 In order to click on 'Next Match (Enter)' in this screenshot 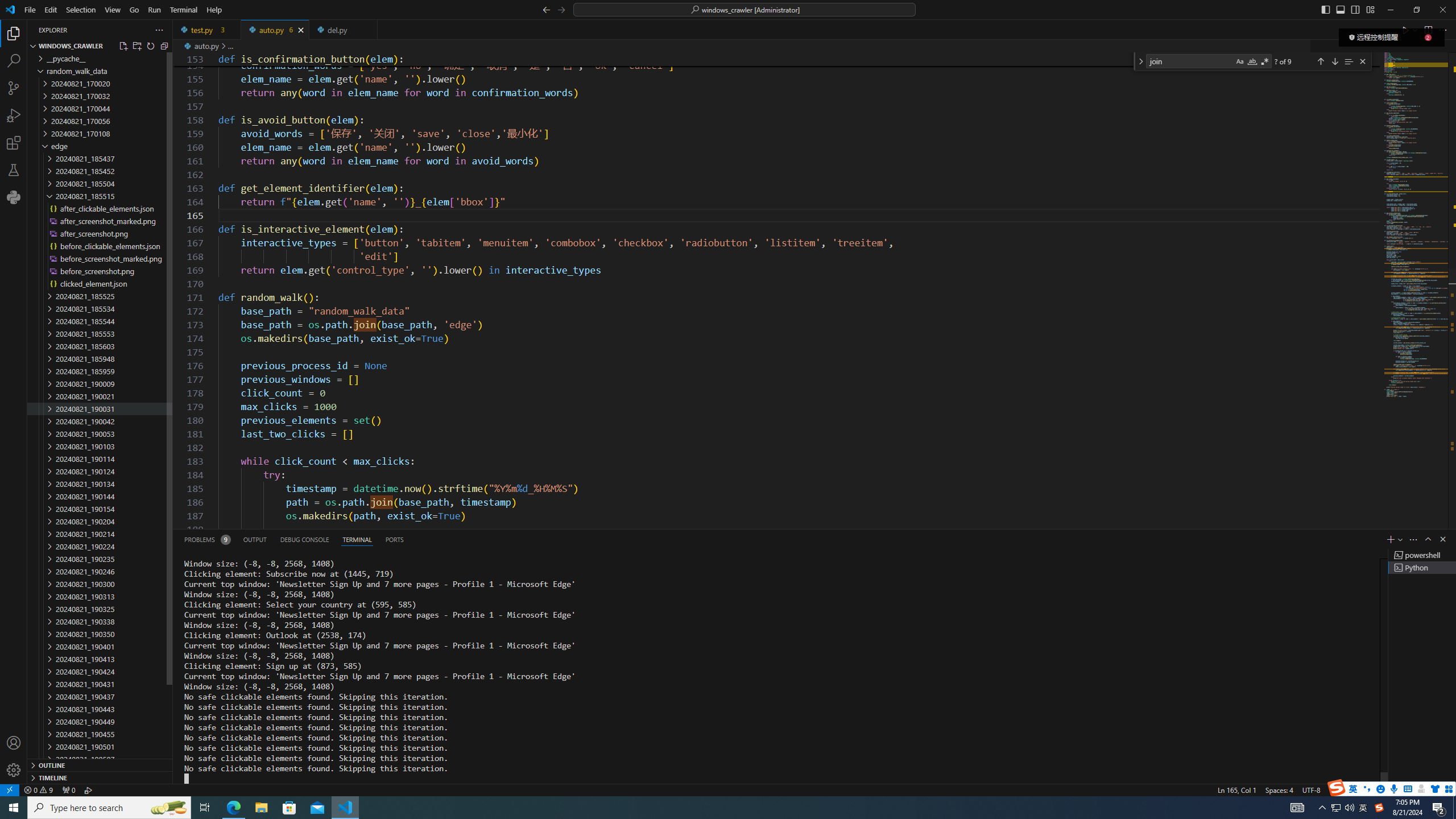, I will do `click(1334, 61)`.